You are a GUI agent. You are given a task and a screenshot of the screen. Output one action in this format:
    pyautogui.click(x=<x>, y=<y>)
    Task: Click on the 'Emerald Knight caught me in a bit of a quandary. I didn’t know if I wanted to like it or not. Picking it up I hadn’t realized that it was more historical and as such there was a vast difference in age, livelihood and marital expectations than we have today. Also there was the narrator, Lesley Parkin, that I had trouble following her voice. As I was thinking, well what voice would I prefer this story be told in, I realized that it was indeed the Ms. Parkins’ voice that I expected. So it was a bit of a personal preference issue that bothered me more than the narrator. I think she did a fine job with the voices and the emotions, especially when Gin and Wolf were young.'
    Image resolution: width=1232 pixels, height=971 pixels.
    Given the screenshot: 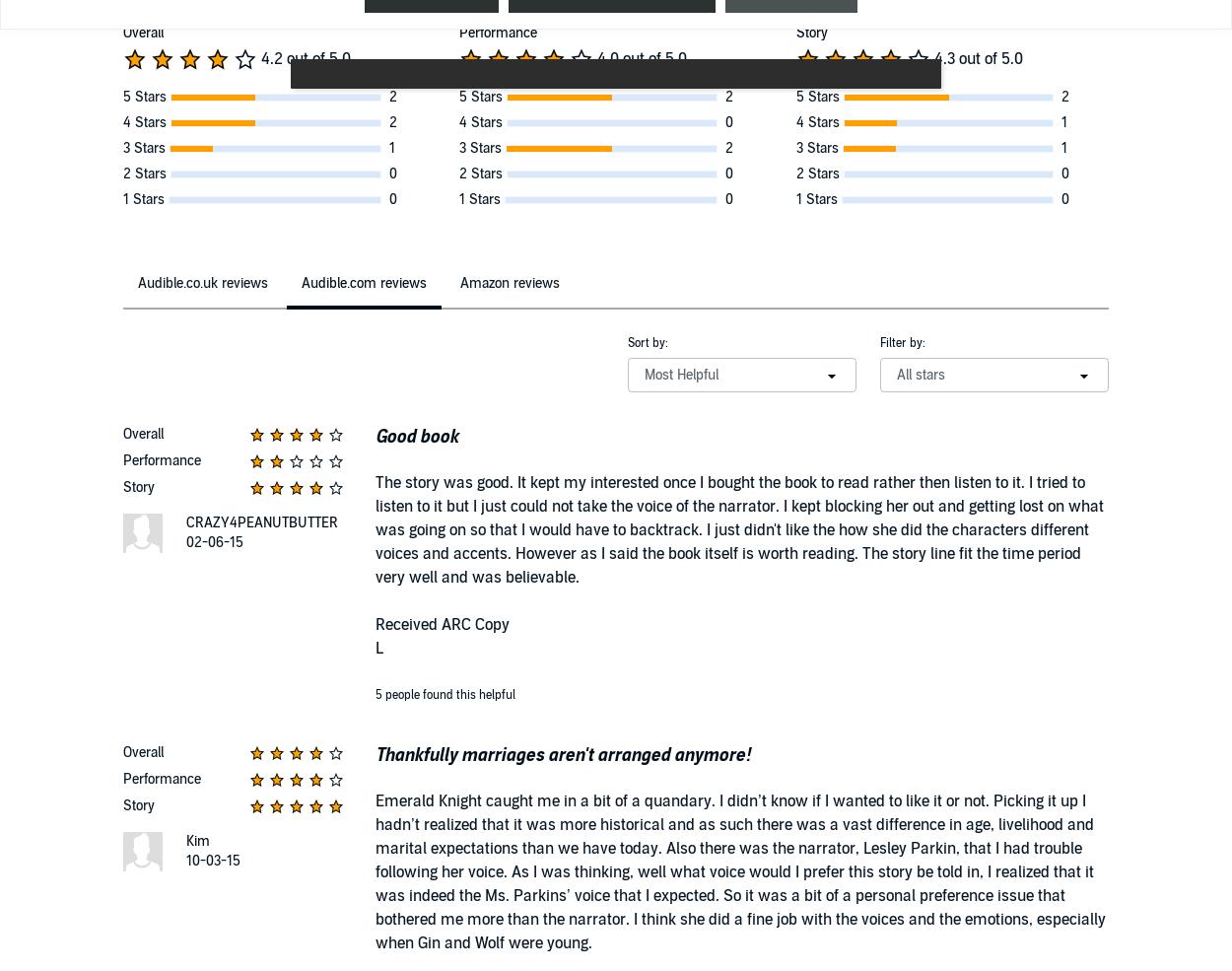 What is the action you would take?
    pyautogui.click(x=740, y=871)
    